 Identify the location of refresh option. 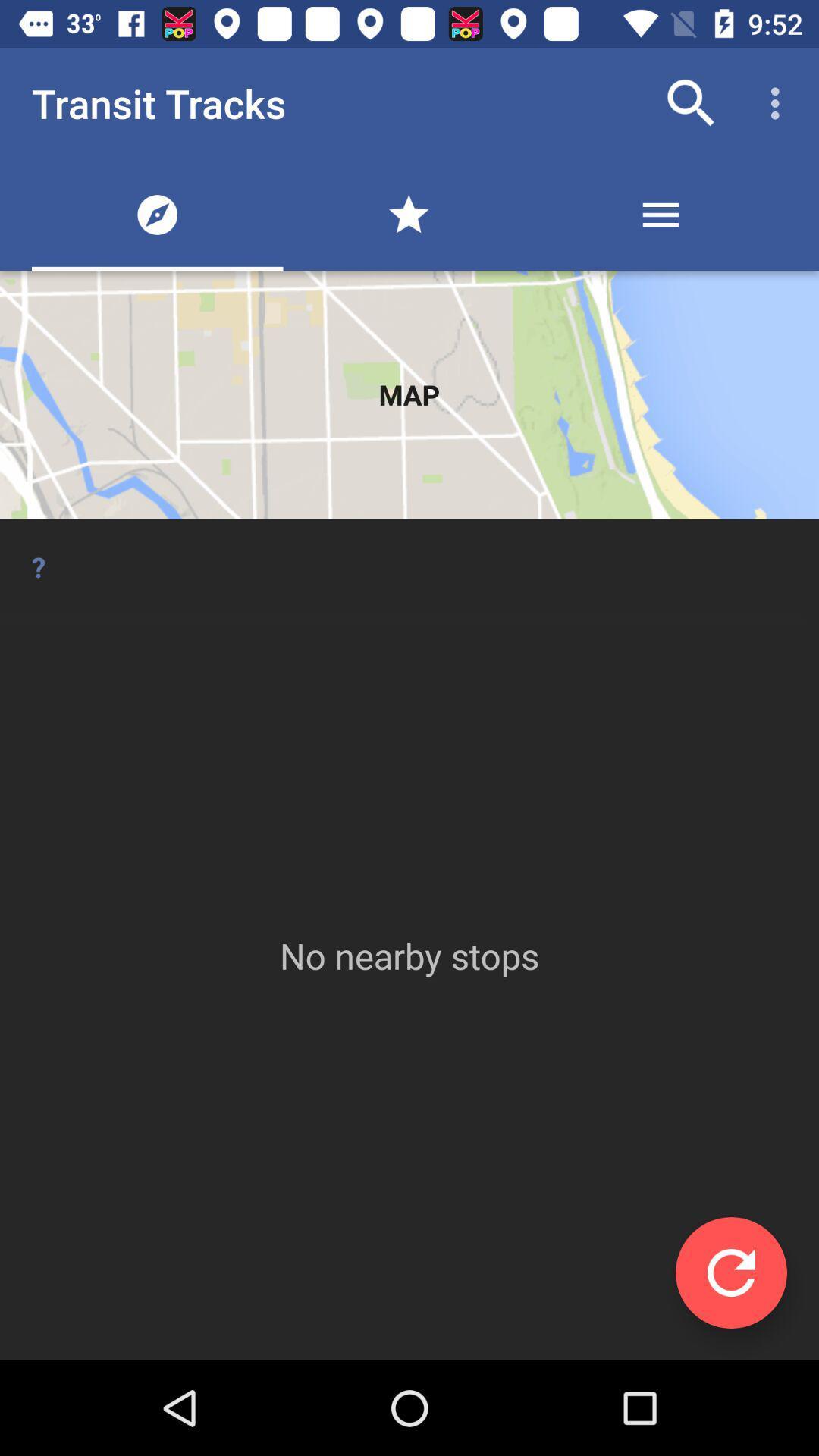
(730, 1272).